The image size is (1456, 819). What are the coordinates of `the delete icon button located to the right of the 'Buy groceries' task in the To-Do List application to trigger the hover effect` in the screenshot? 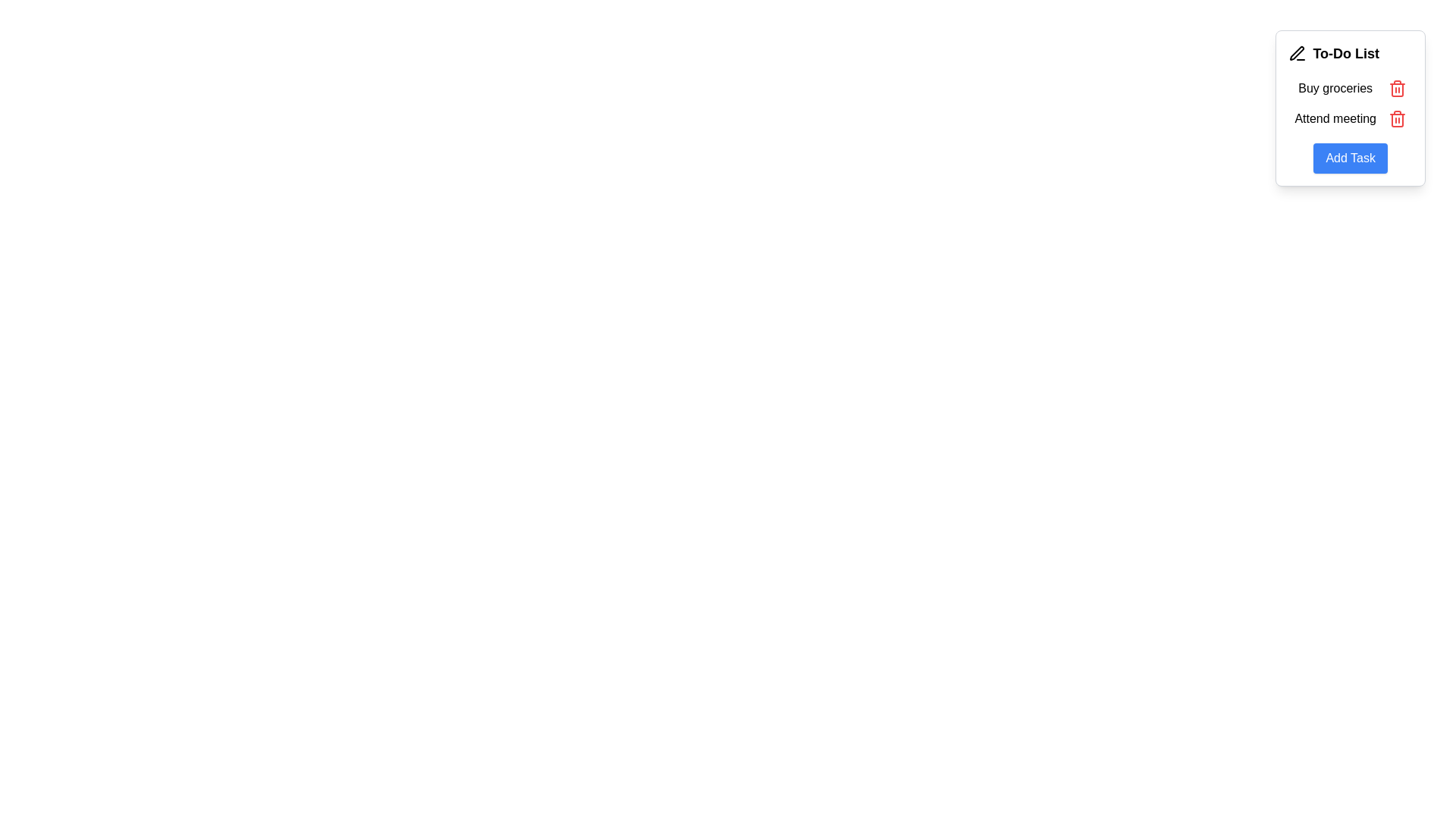 It's located at (1397, 88).